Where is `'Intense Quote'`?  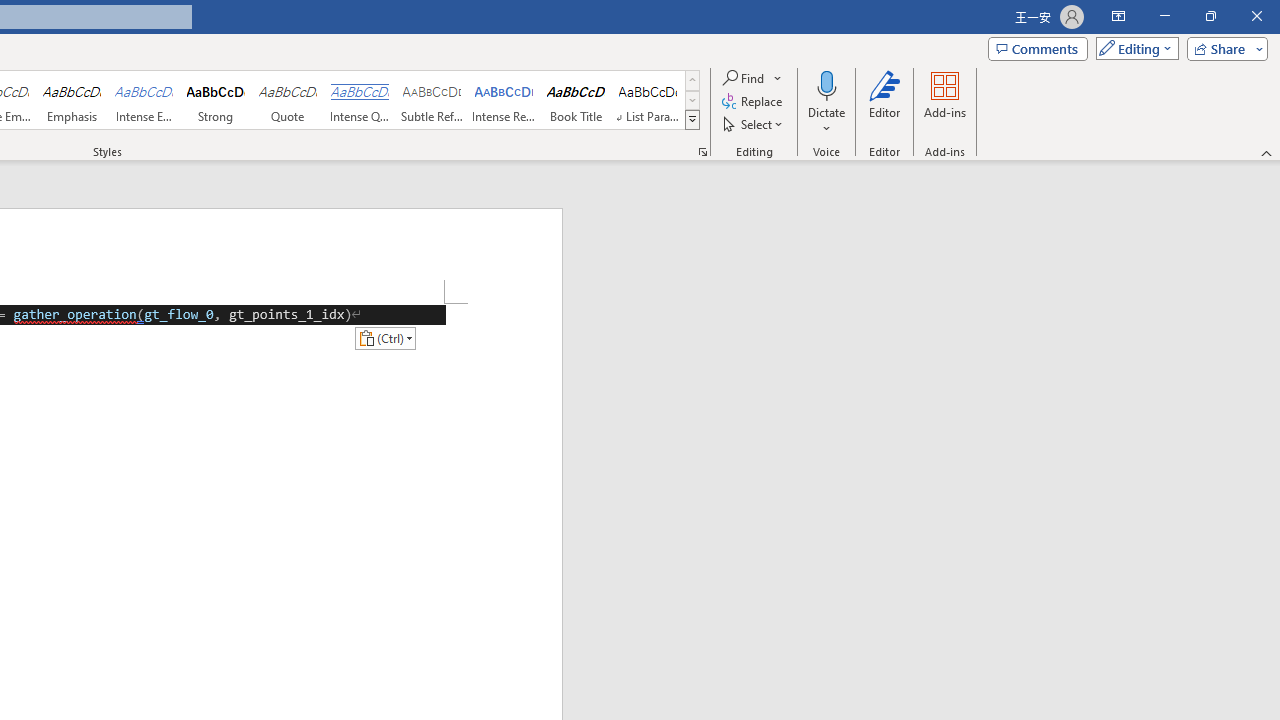
'Intense Quote' is located at coordinates (359, 100).